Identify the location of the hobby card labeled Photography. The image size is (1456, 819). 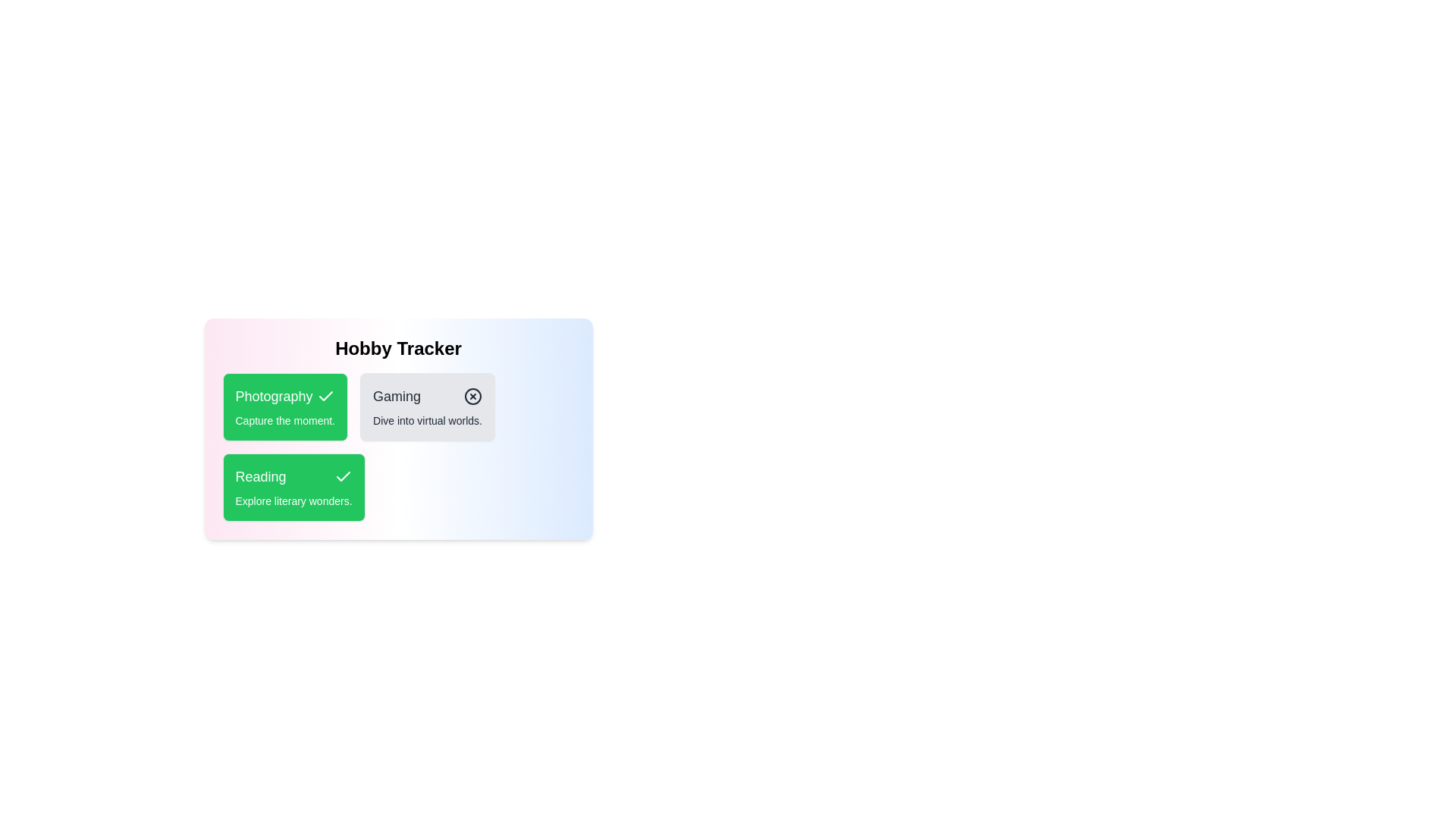
(284, 406).